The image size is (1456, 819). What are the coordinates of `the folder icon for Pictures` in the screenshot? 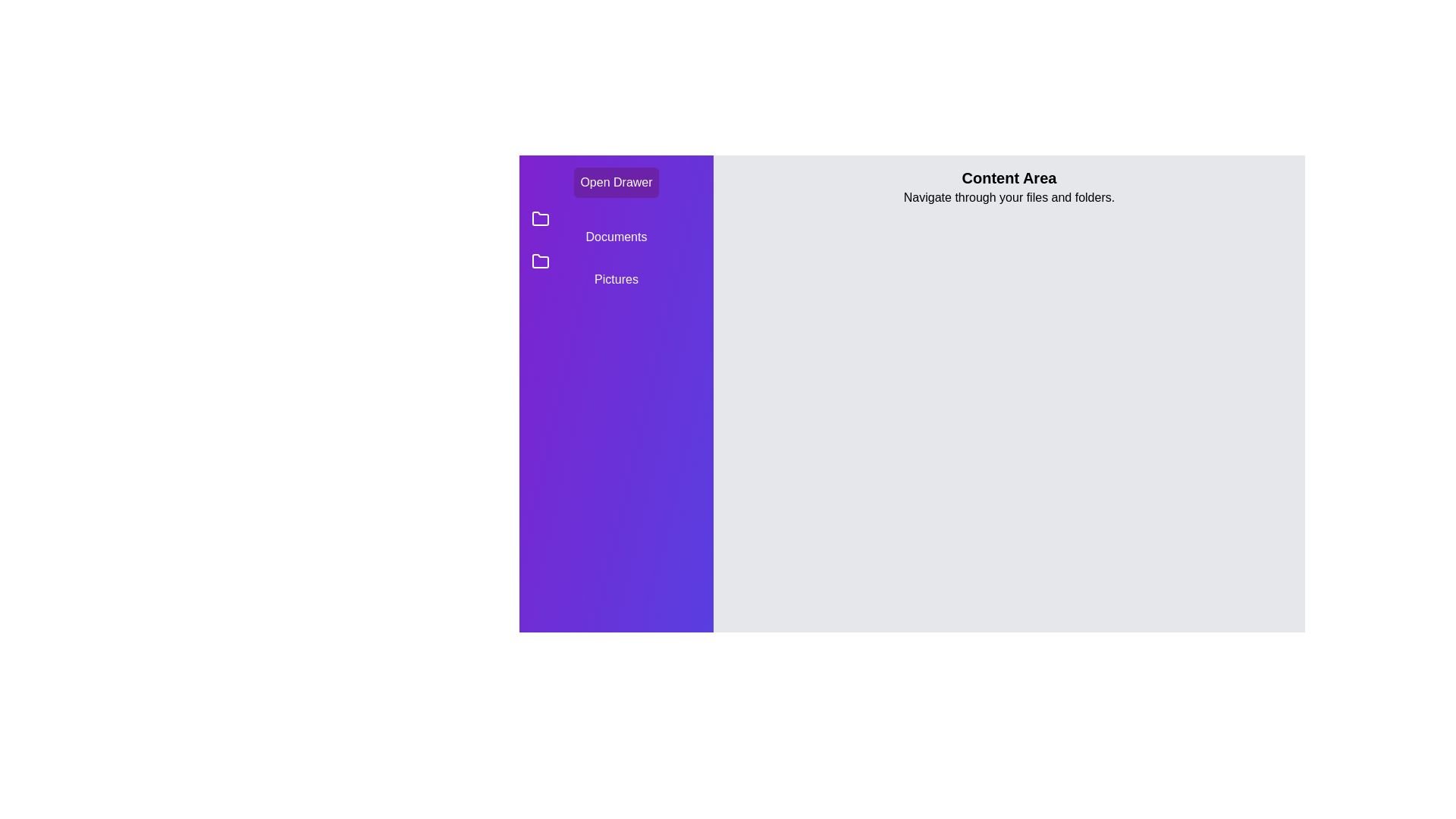 It's located at (541, 260).